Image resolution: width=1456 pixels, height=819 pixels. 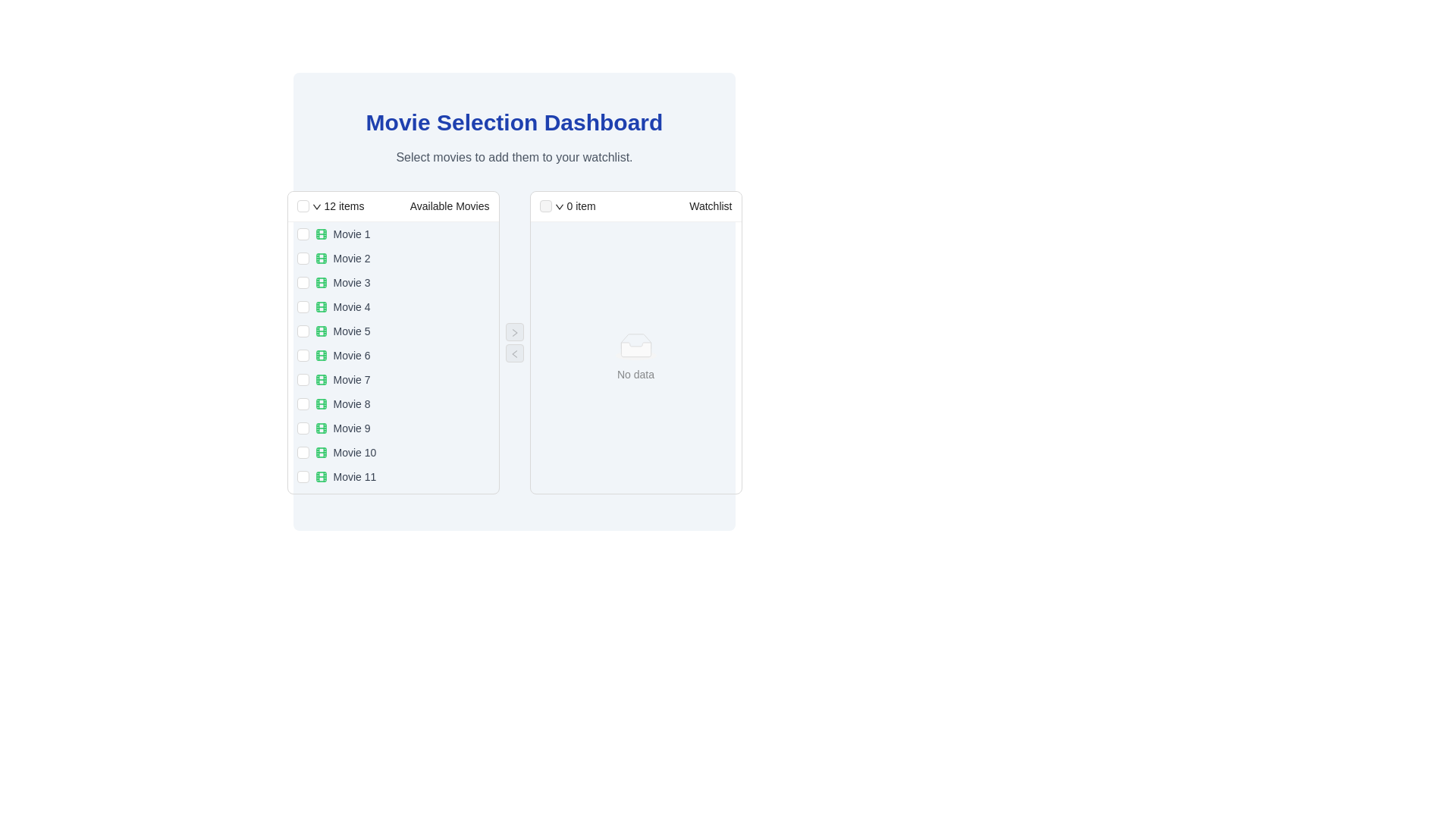 I want to click on the 'Movie 7' text label in the center-left panel under 'Available Movies', so click(x=351, y=379).